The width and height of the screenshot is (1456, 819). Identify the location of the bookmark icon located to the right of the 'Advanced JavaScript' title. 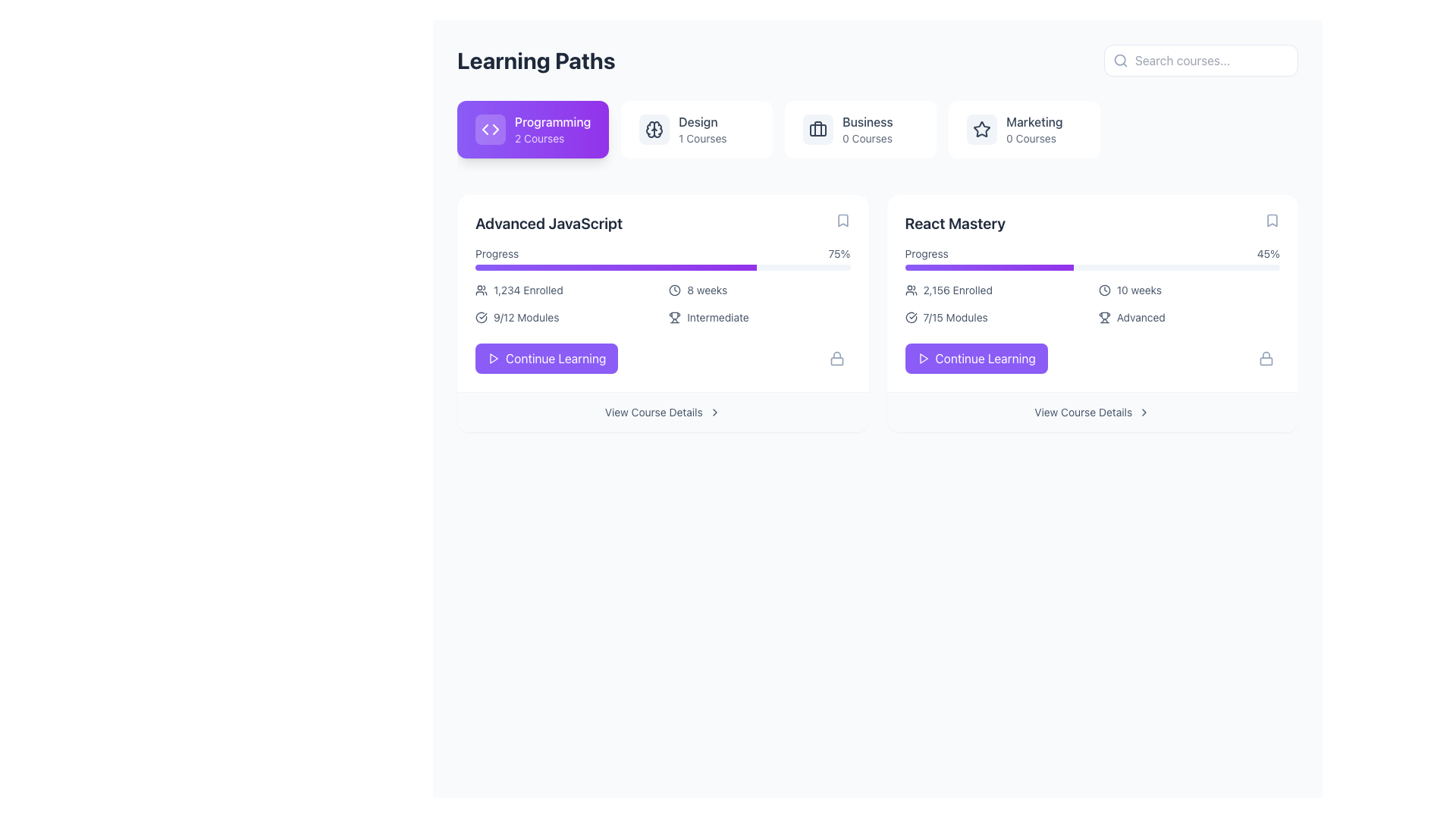
(842, 220).